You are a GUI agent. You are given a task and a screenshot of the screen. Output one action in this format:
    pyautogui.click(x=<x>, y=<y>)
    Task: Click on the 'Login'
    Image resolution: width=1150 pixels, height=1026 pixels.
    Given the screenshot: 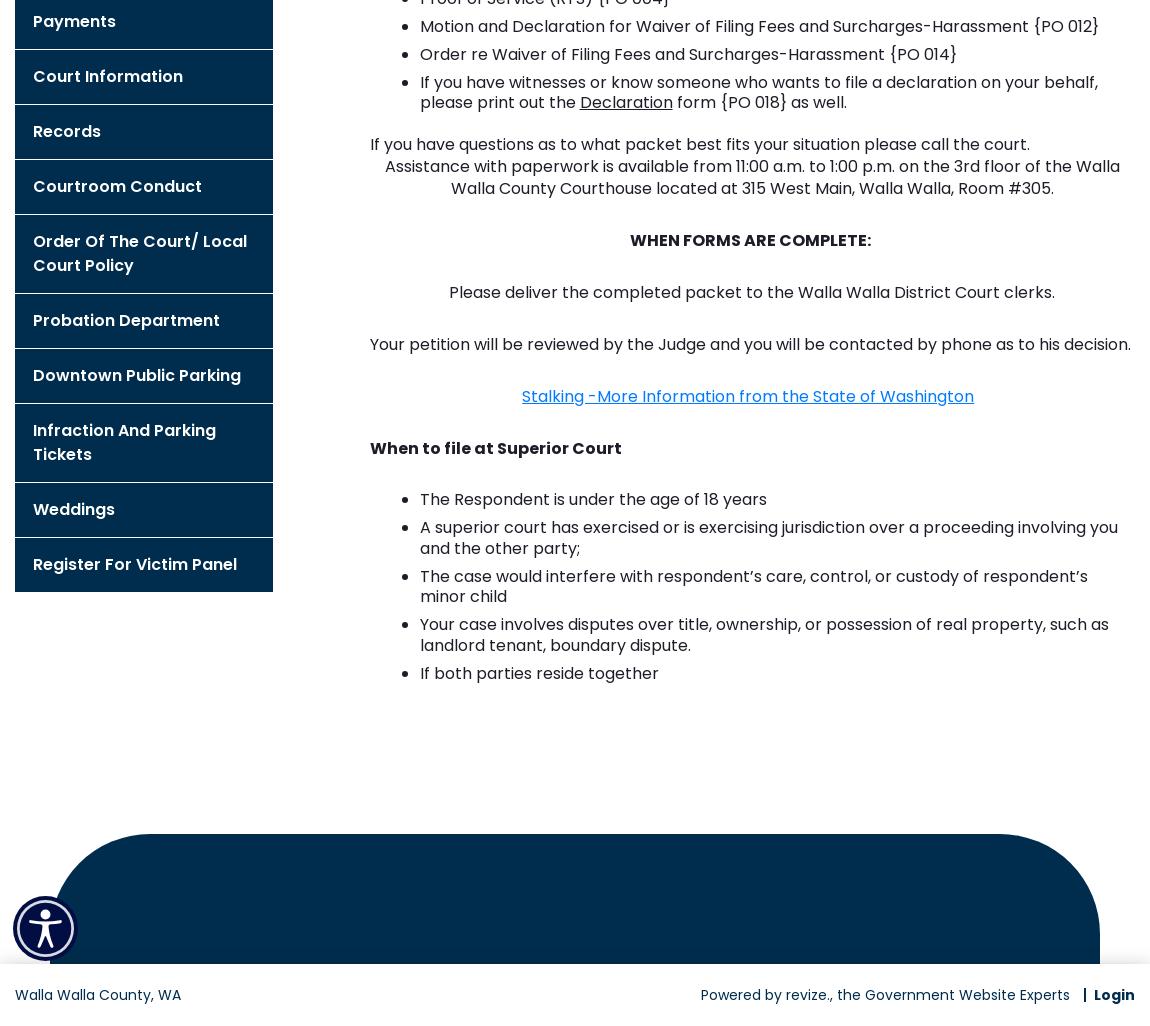 What is the action you would take?
    pyautogui.click(x=1114, y=992)
    